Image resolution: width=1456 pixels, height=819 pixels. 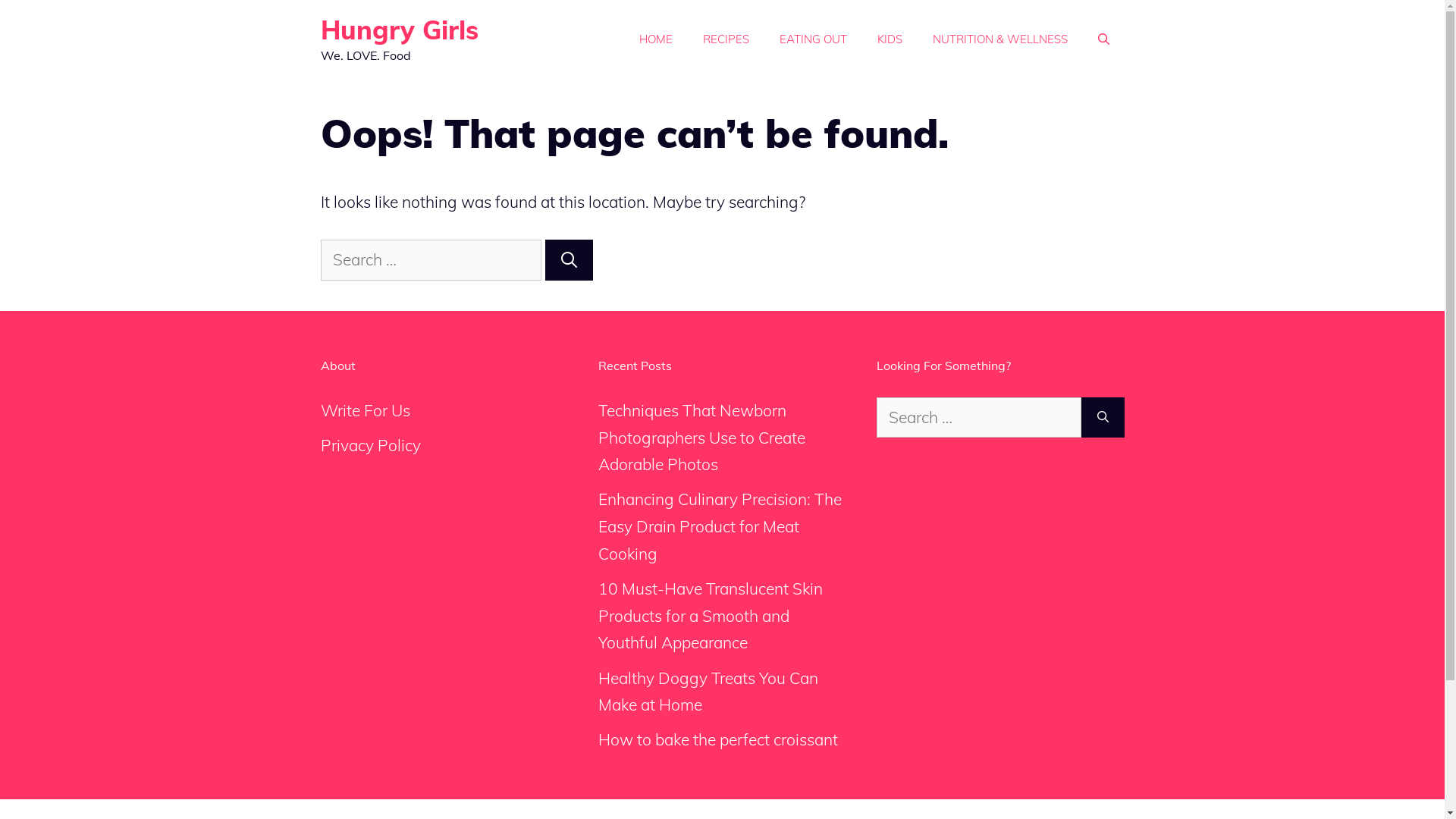 What do you see at coordinates (429, 259) in the screenshot?
I see `'Search for:'` at bounding box center [429, 259].